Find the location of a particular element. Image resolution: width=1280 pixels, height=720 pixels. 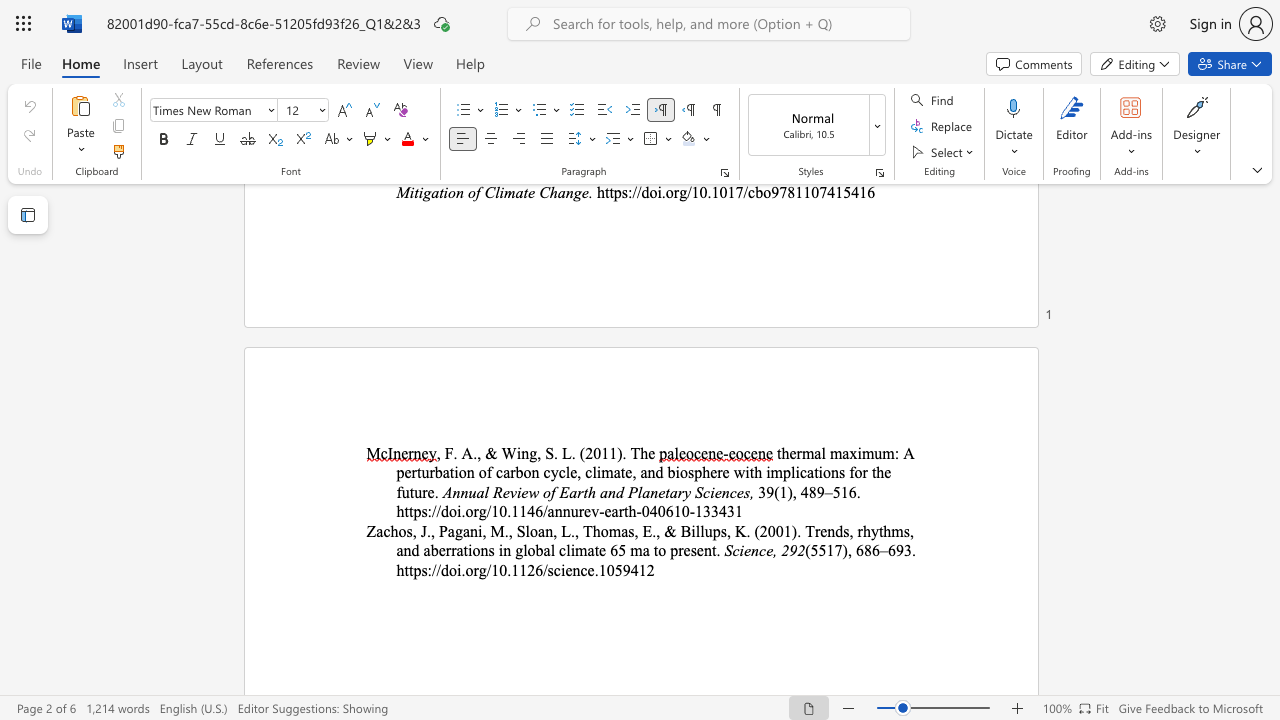

the 1th character "9" in the text is located at coordinates (792, 550).